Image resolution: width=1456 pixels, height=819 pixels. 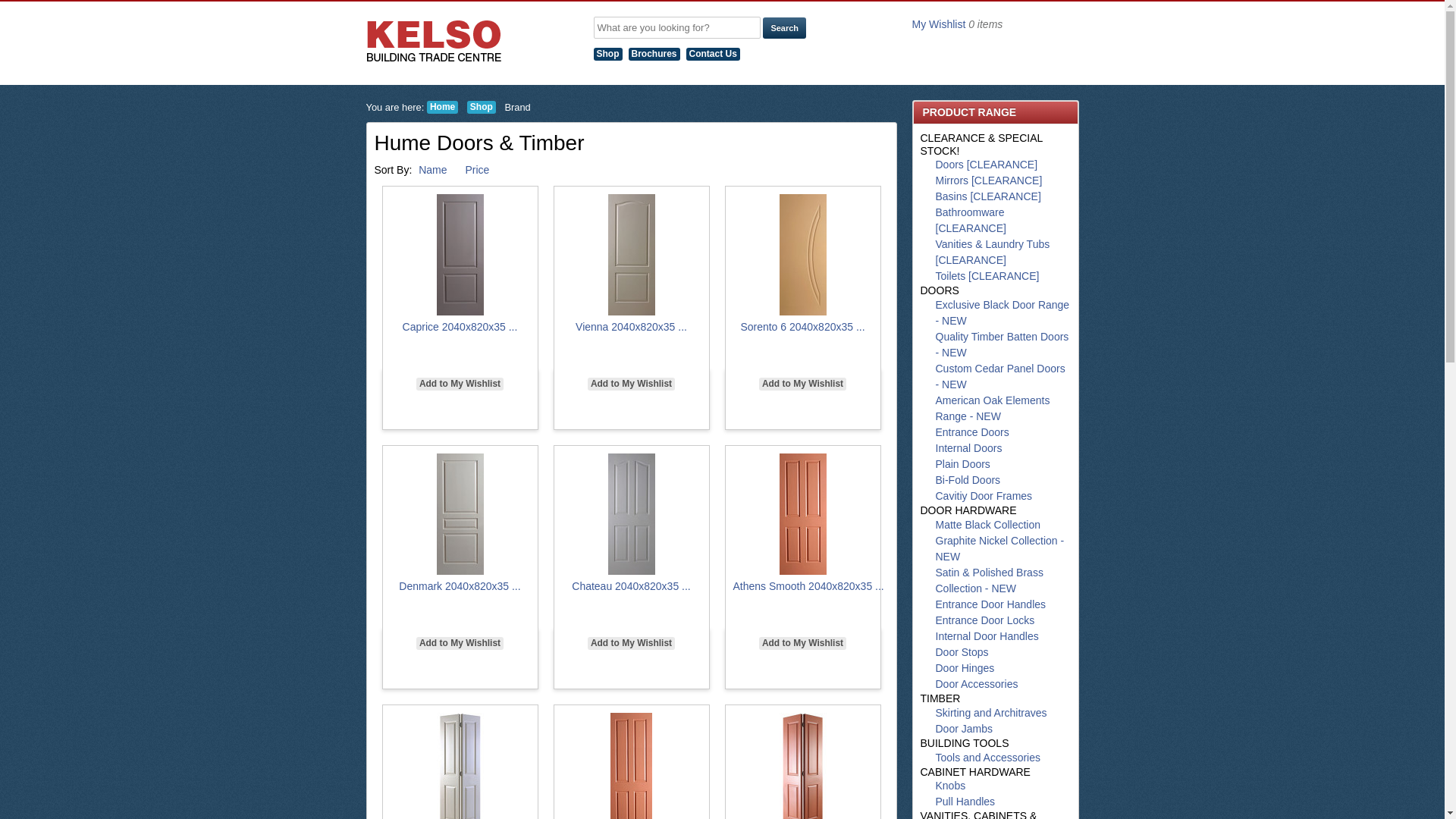 What do you see at coordinates (988, 195) in the screenshot?
I see `'Basins [CLEARANCE]'` at bounding box center [988, 195].